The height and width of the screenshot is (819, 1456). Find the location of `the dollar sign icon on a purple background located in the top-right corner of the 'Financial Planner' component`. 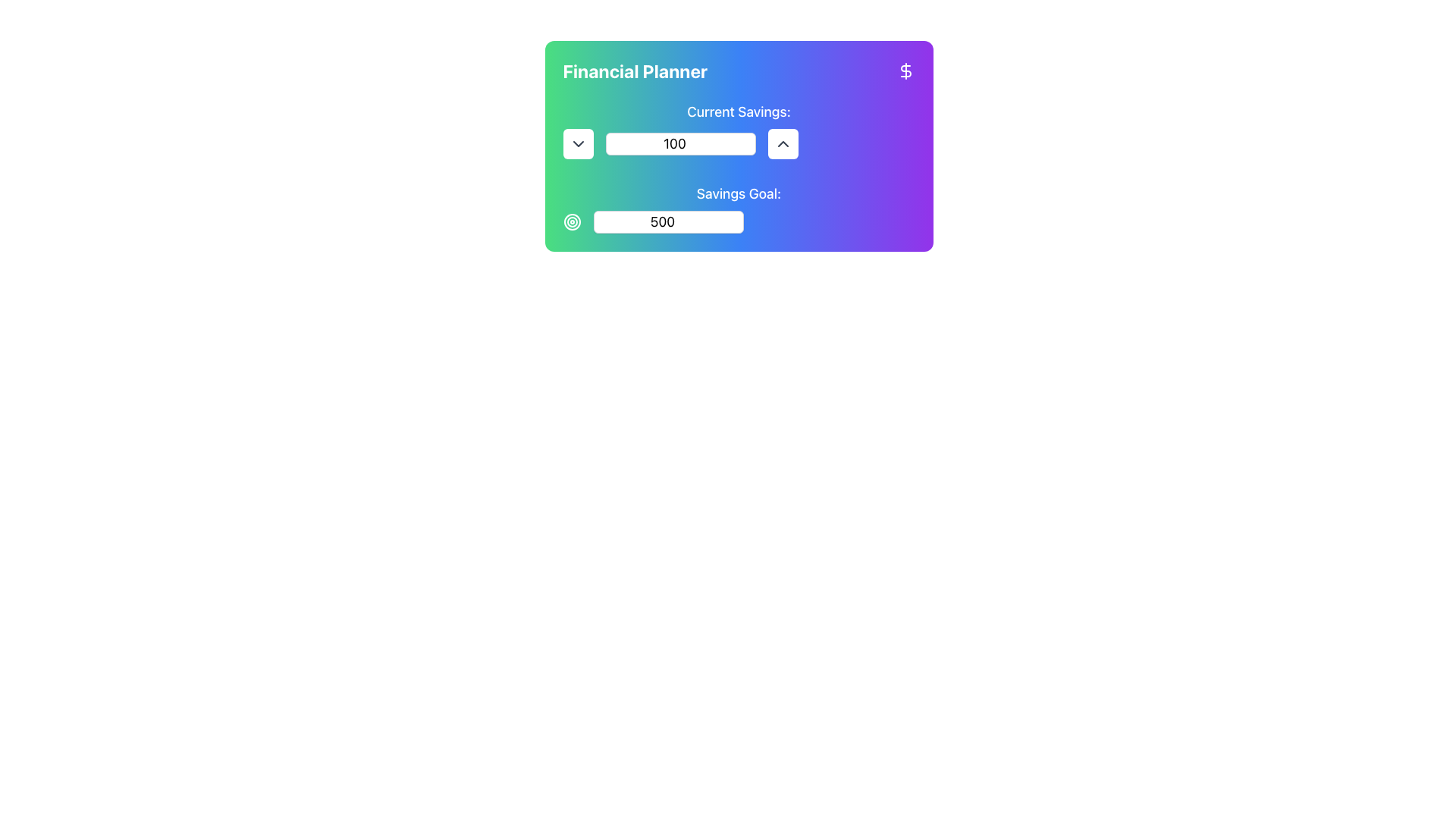

the dollar sign icon on a purple background located in the top-right corner of the 'Financial Planner' component is located at coordinates (905, 71).